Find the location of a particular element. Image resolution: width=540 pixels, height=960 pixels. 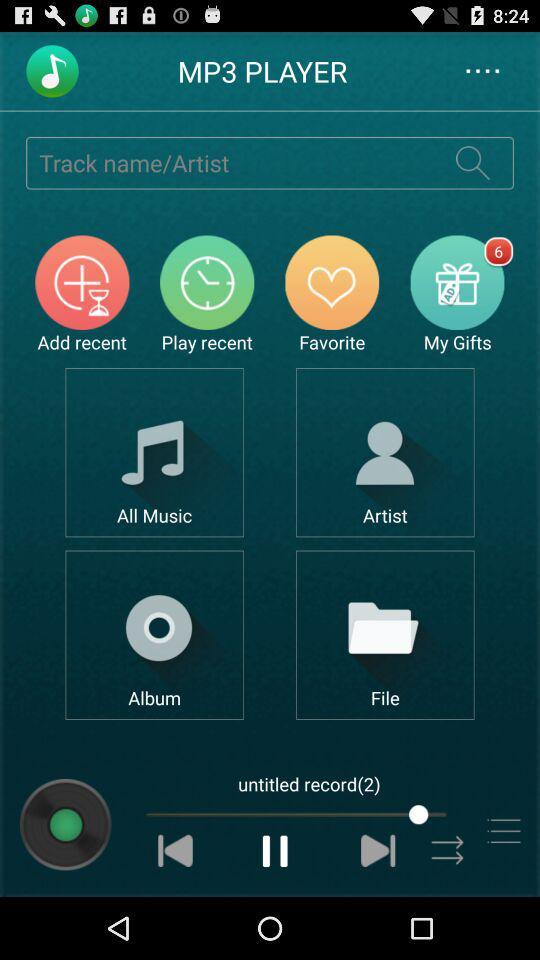

submit search is located at coordinates (472, 161).